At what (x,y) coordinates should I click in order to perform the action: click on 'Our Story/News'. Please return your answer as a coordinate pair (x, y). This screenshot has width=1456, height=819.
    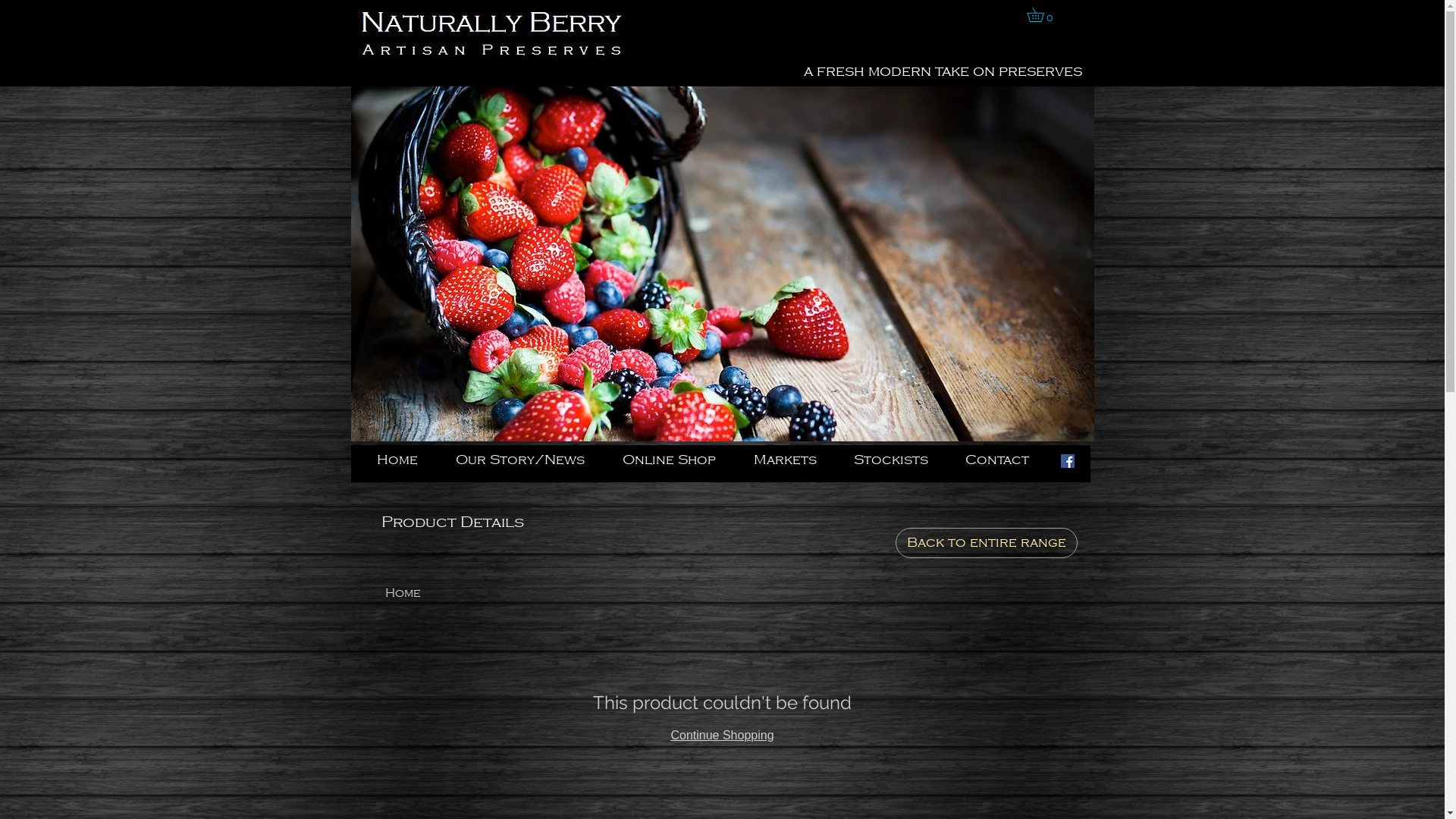
    Looking at the image, I should click on (443, 459).